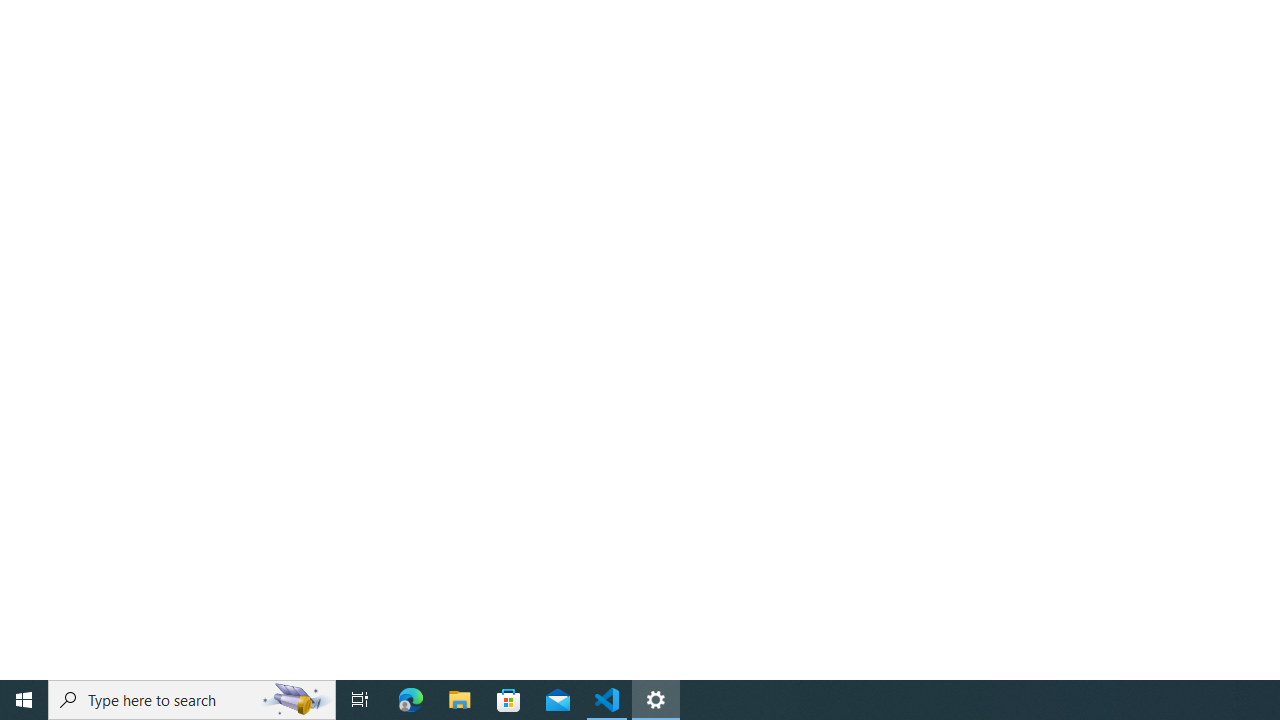 The width and height of the screenshot is (1280, 720). What do you see at coordinates (509, 698) in the screenshot?
I see `'Microsoft Store'` at bounding box center [509, 698].